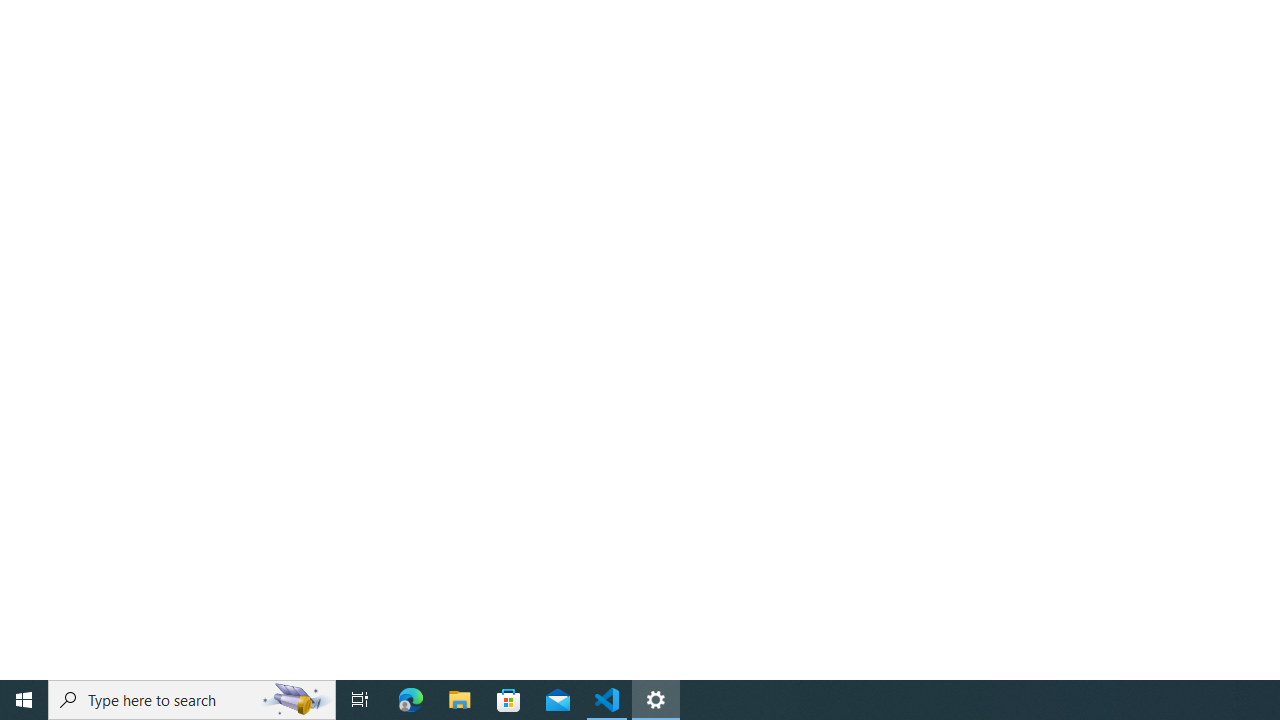 The width and height of the screenshot is (1280, 720). What do you see at coordinates (509, 698) in the screenshot?
I see `'Microsoft Store'` at bounding box center [509, 698].